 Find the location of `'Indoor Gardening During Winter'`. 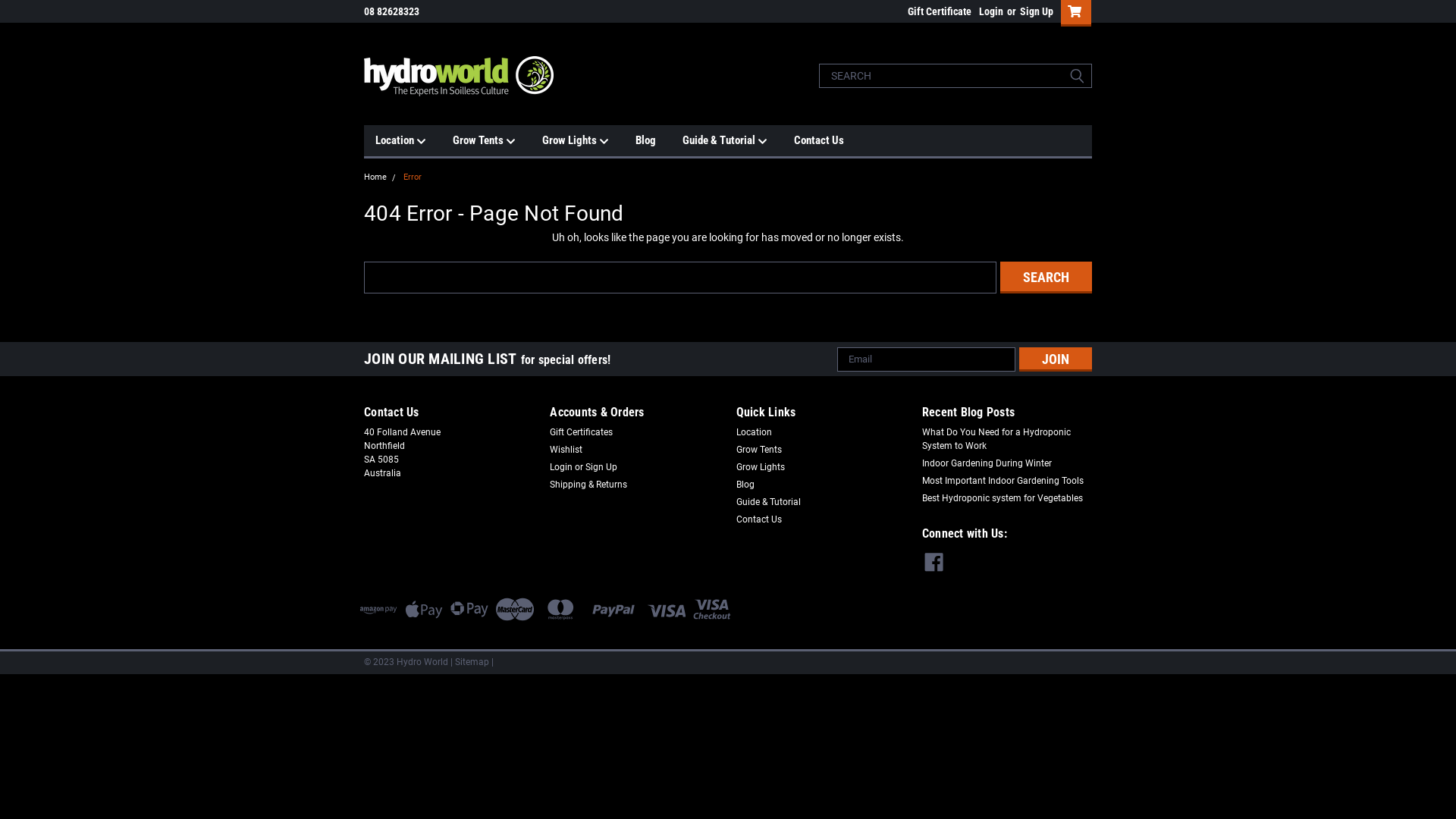

'Indoor Gardening During Winter' is located at coordinates (987, 462).